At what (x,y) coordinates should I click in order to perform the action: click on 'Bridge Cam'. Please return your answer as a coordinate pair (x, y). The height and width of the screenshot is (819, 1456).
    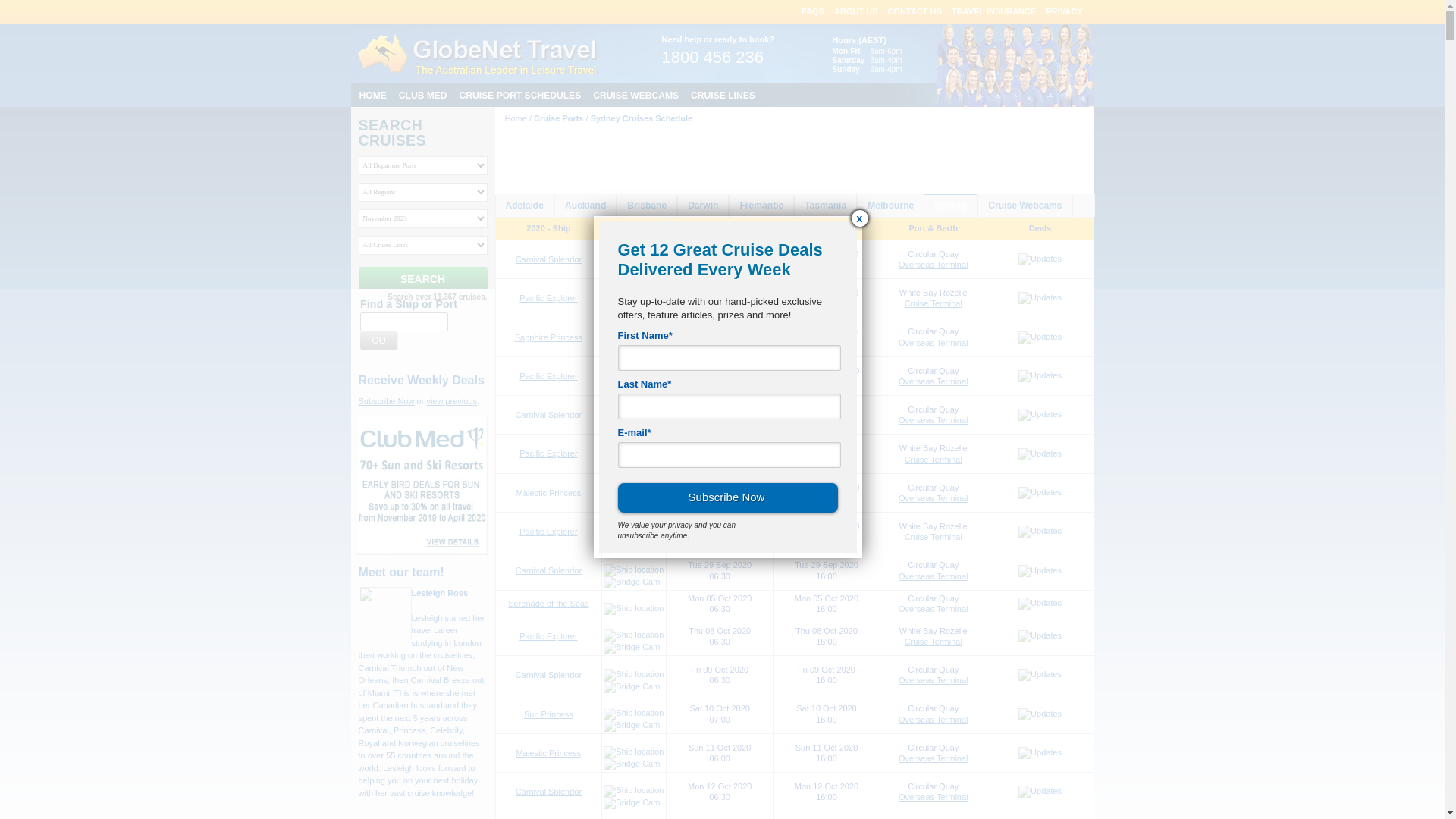
    Looking at the image, I should click on (632, 542).